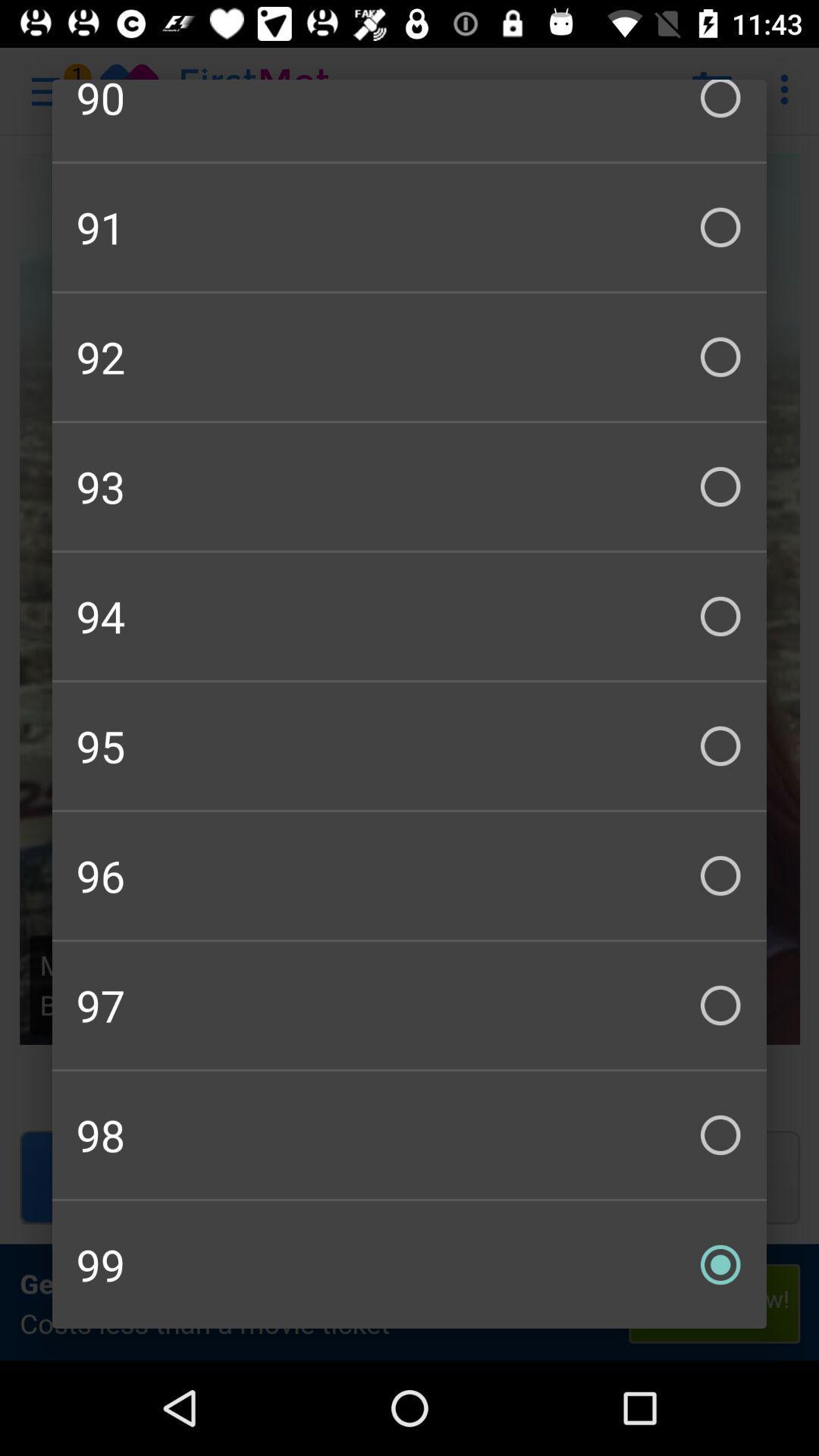 Image resolution: width=819 pixels, height=1456 pixels. Describe the element at coordinates (409, 356) in the screenshot. I see `92 item` at that location.